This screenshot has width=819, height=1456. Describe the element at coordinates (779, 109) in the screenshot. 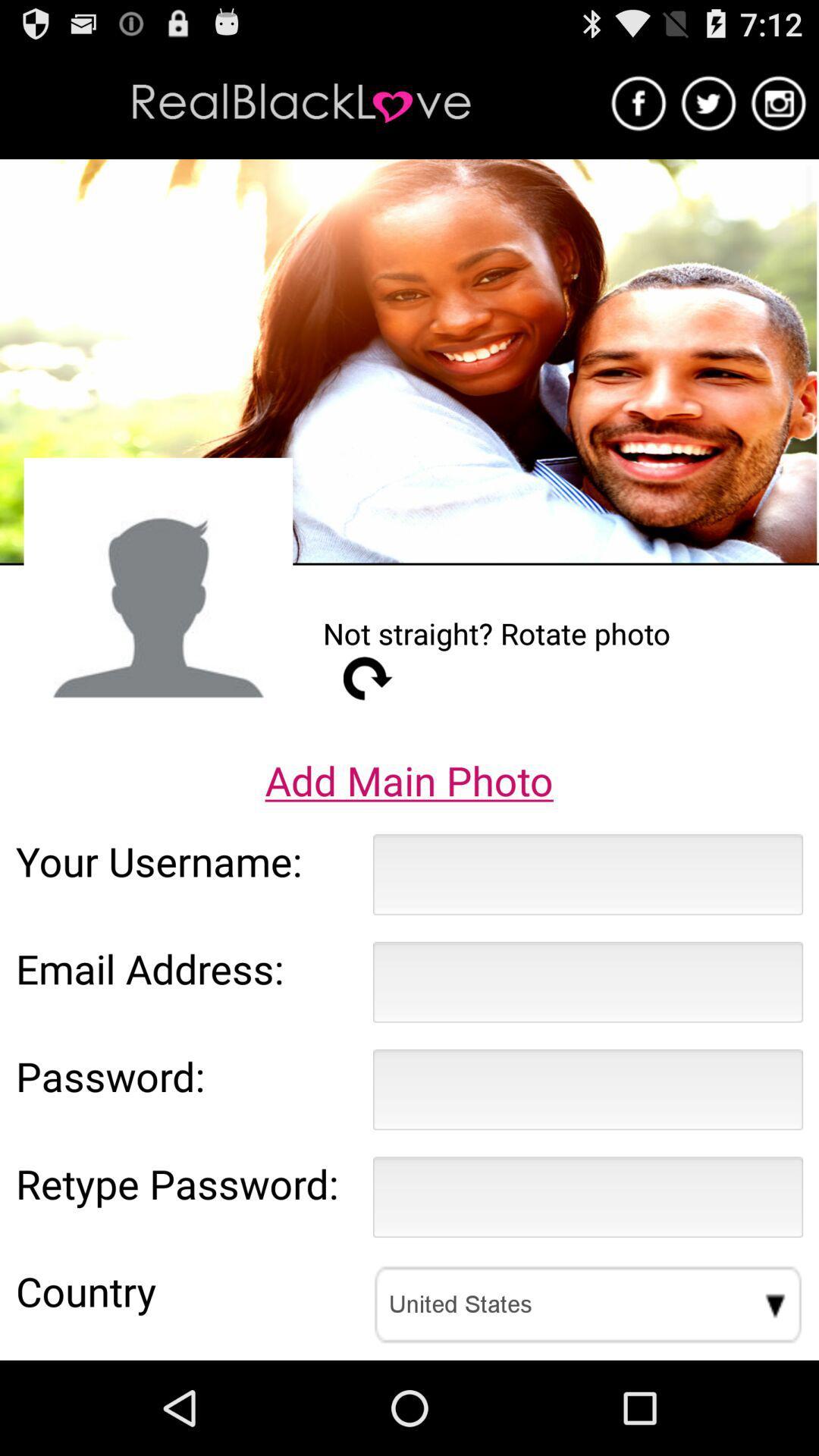

I see `the photo icon` at that location.